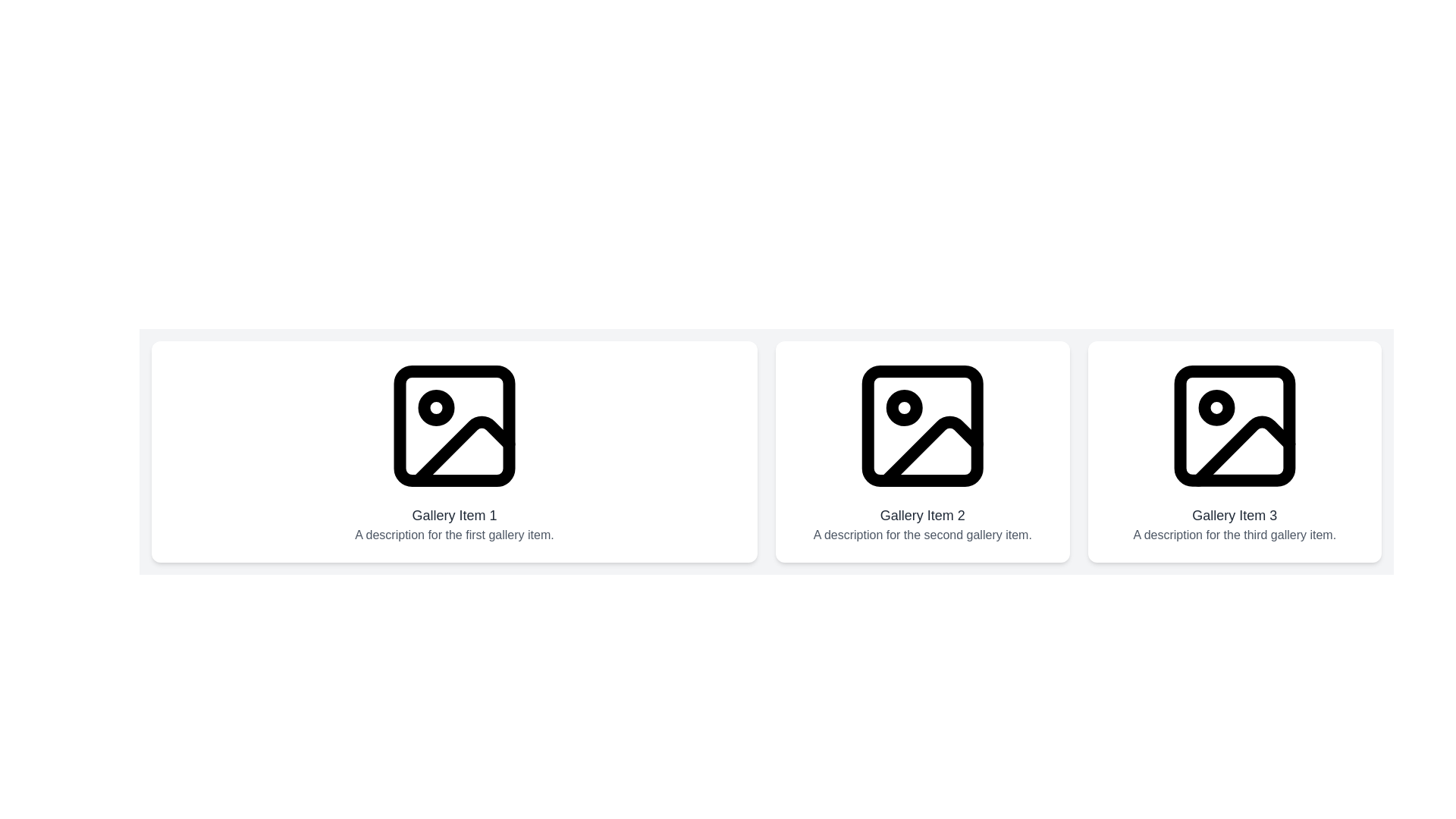  Describe the element at coordinates (1235, 534) in the screenshot. I see `the text label displaying 'A description for the third gallery item.' located below the 'Gallery Item 3' label and icon in the third gallery item section` at that location.